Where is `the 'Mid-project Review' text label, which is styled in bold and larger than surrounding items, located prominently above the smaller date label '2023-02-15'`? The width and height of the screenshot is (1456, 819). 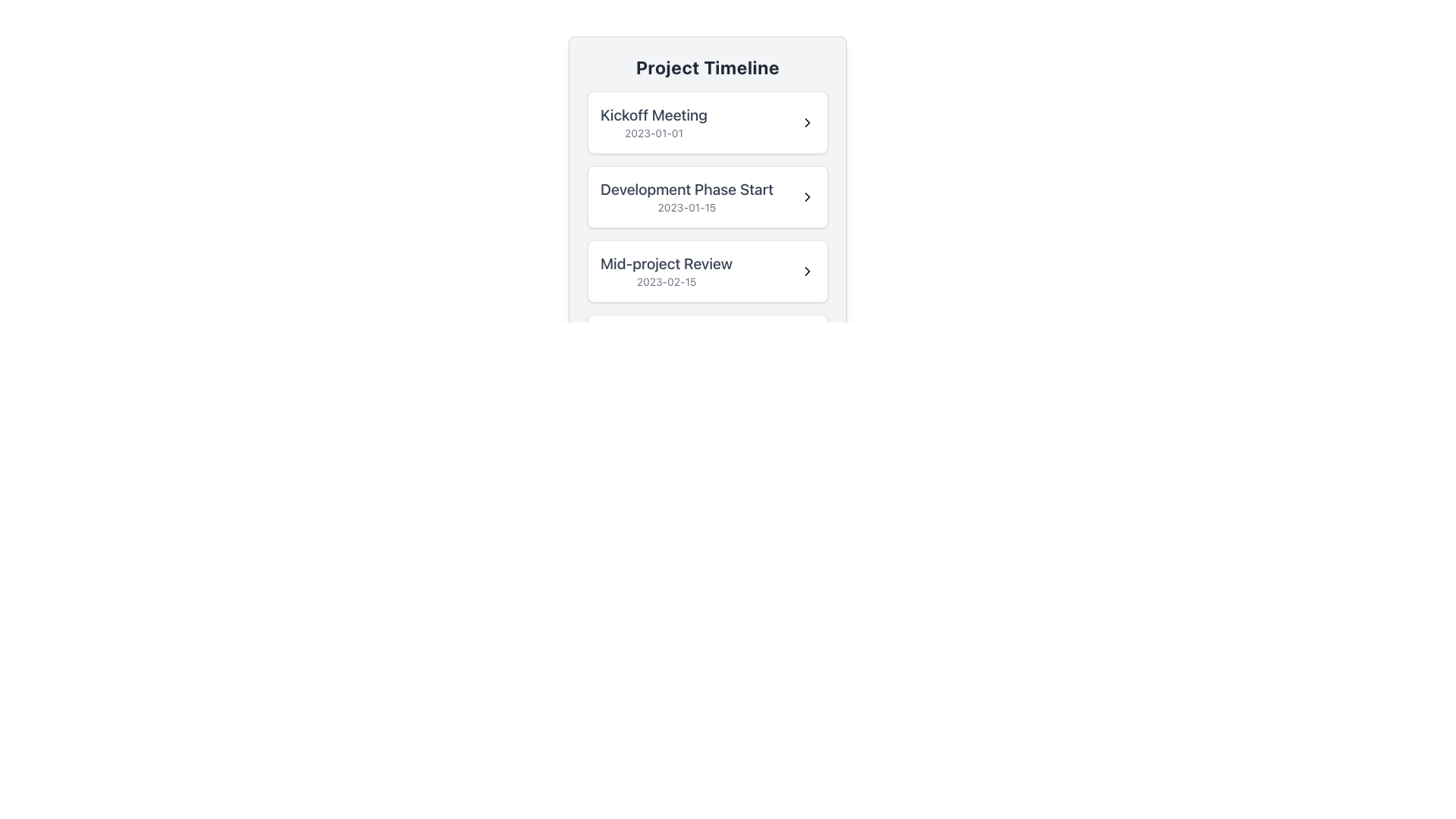 the 'Mid-project Review' text label, which is styled in bold and larger than surrounding items, located prominently above the smaller date label '2023-02-15' is located at coordinates (666, 262).